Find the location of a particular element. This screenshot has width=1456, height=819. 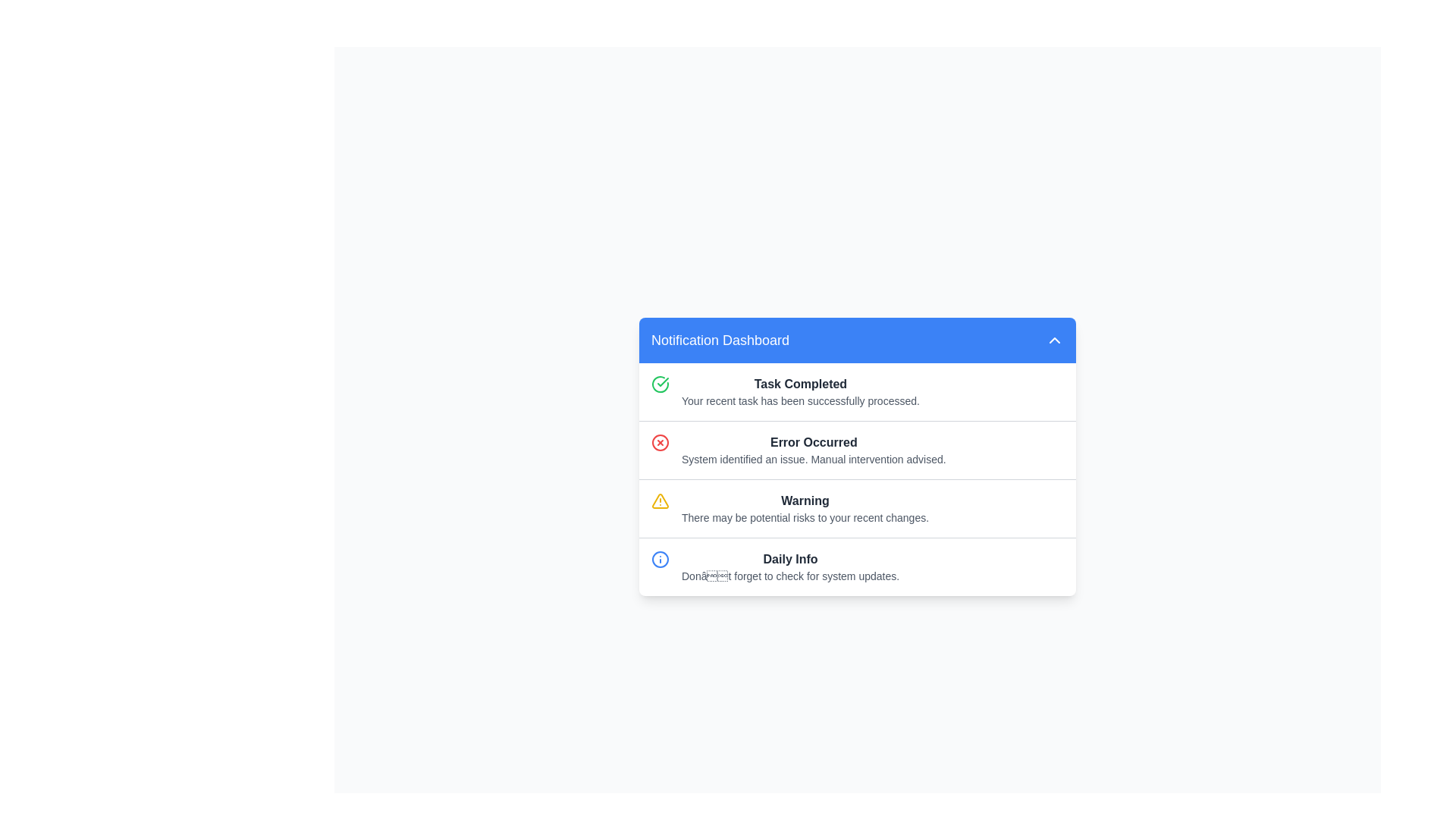

the downward-pointing triangle icon with a yellow outline in the warning section of the Notification Dashboard, which is aligned with the text 'There may be potential risks to your recent changes.' is located at coordinates (660, 500).